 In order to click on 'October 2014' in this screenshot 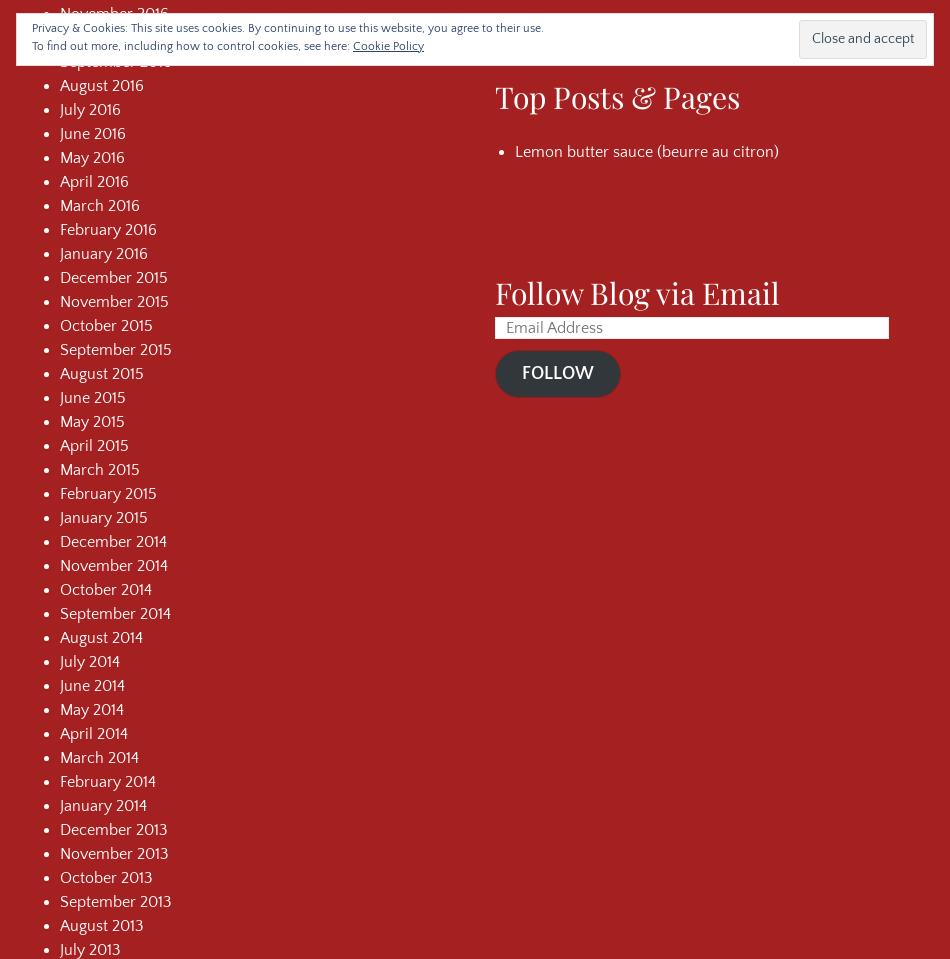, I will do `click(60, 588)`.